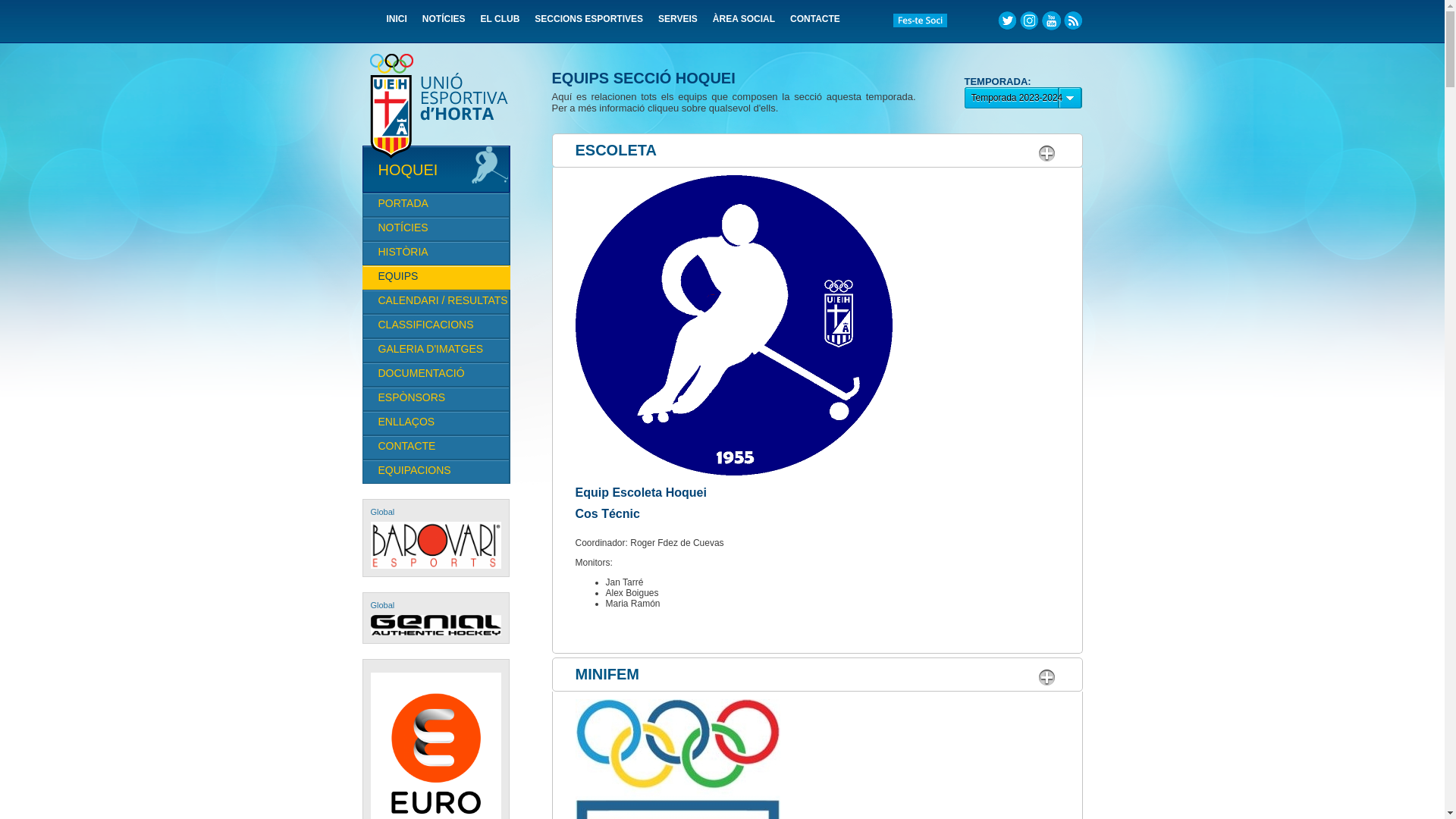  I want to click on 'CALENDARI / RESULTATS', so click(435, 301).